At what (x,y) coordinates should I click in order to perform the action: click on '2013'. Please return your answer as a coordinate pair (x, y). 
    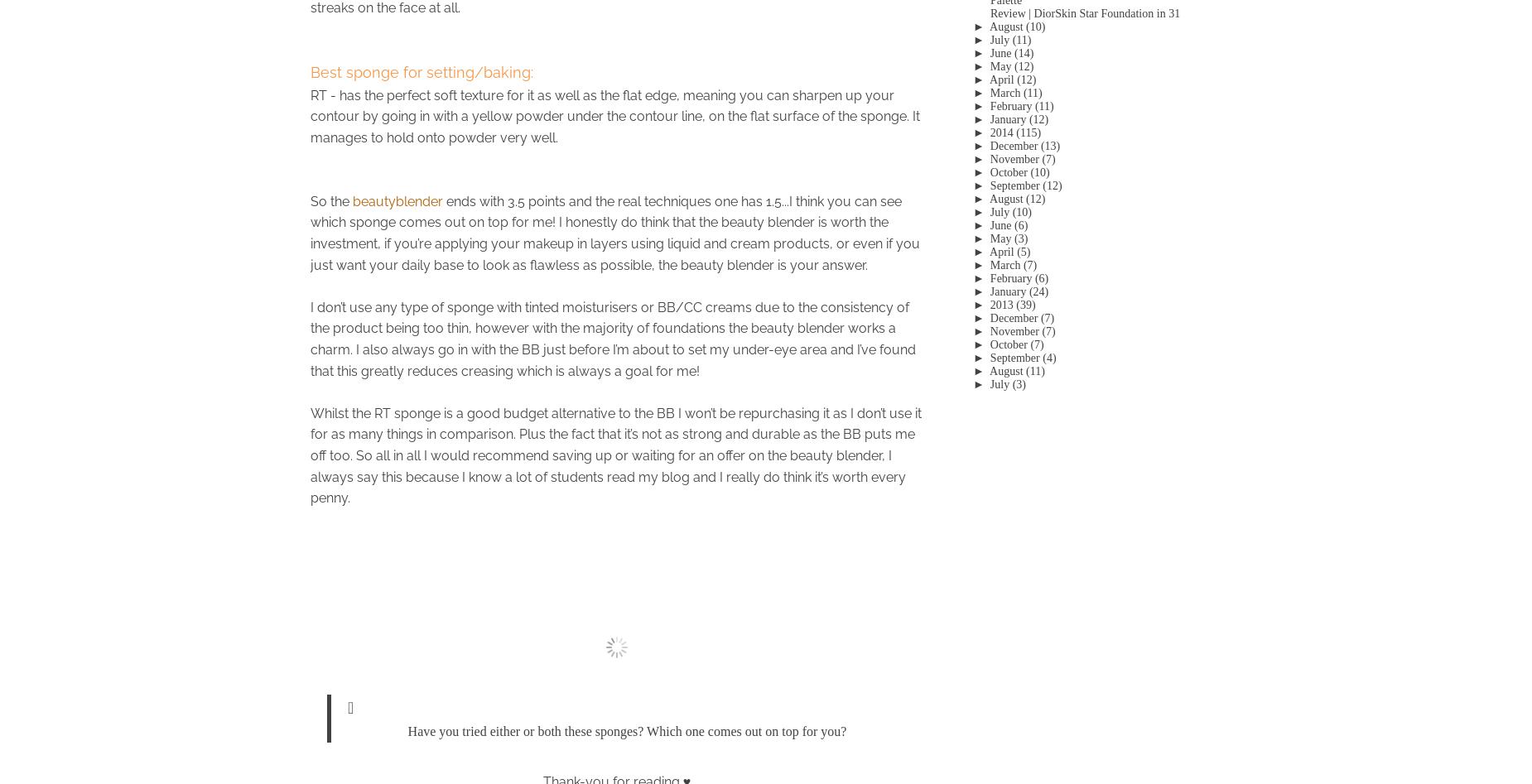
    Looking at the image, I should click on (1000, 303).